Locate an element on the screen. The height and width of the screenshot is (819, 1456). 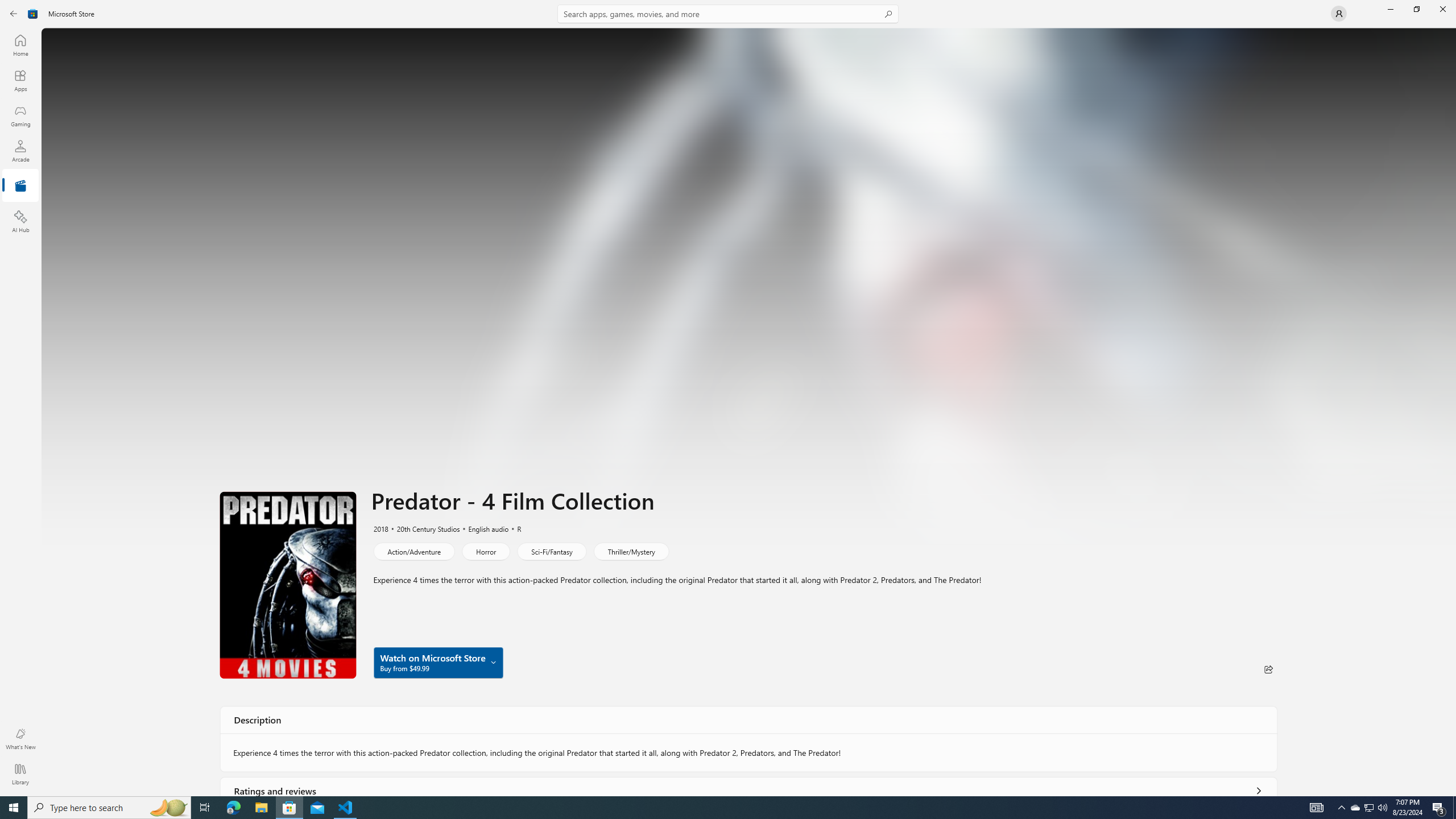
'What' is located at coordinates (19, 738).